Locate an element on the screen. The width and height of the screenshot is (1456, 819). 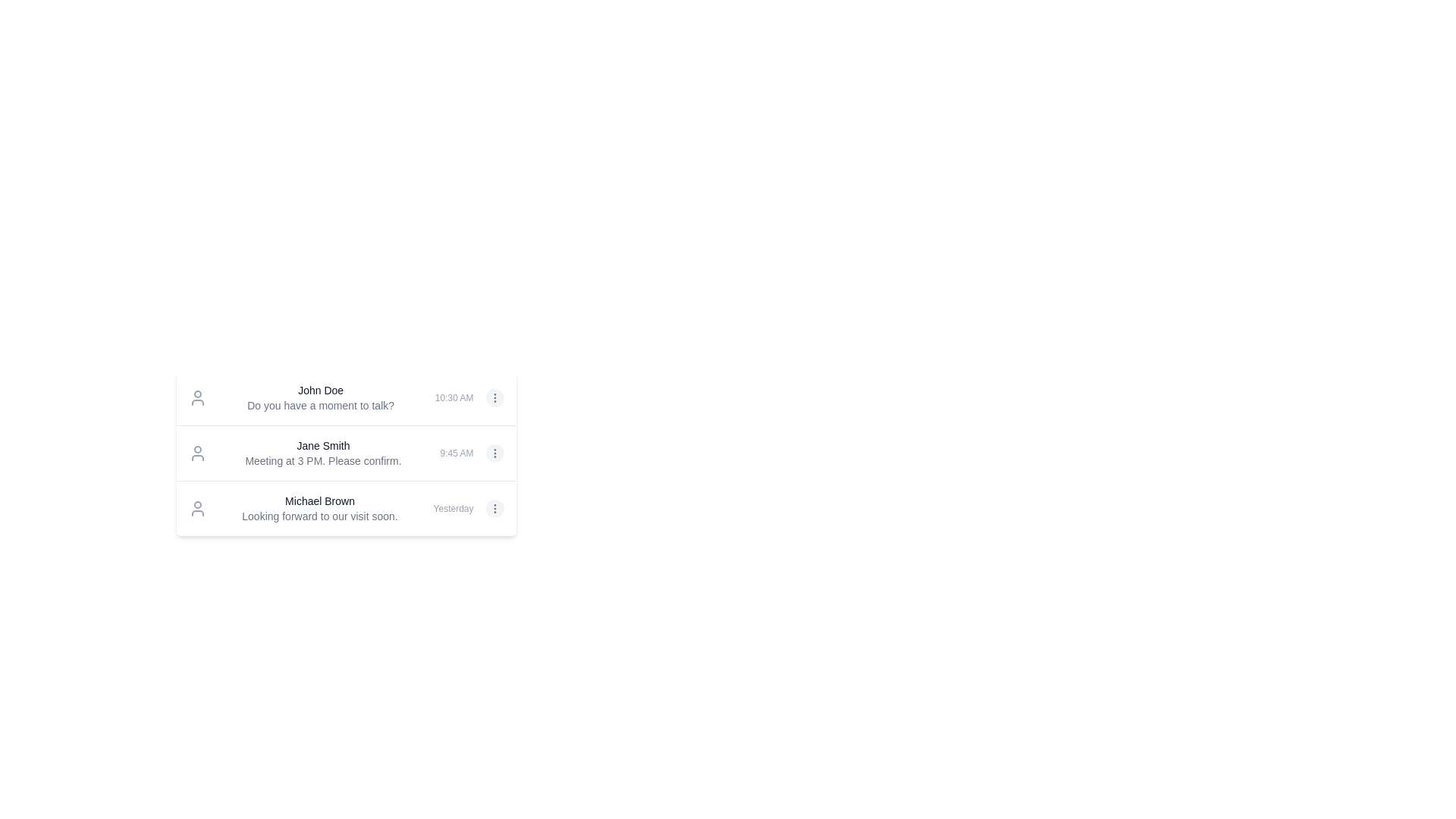
the timestamp text label located at the far right of the row, adjacent to the clickable icon is located at coordinates (453, 509).